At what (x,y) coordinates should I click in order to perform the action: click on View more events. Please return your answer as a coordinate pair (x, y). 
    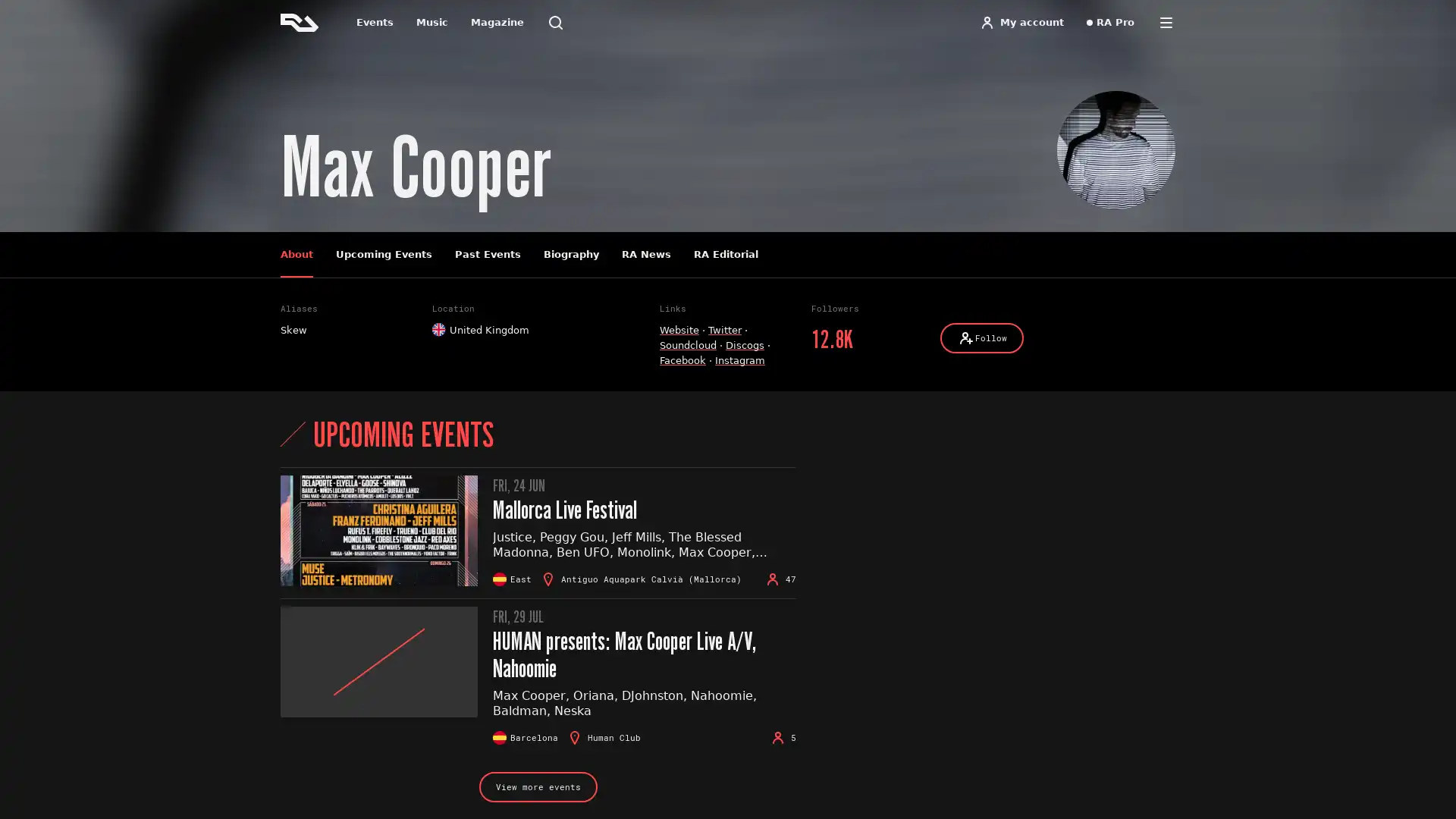
    Looking at the image, I should click on (538, 786).